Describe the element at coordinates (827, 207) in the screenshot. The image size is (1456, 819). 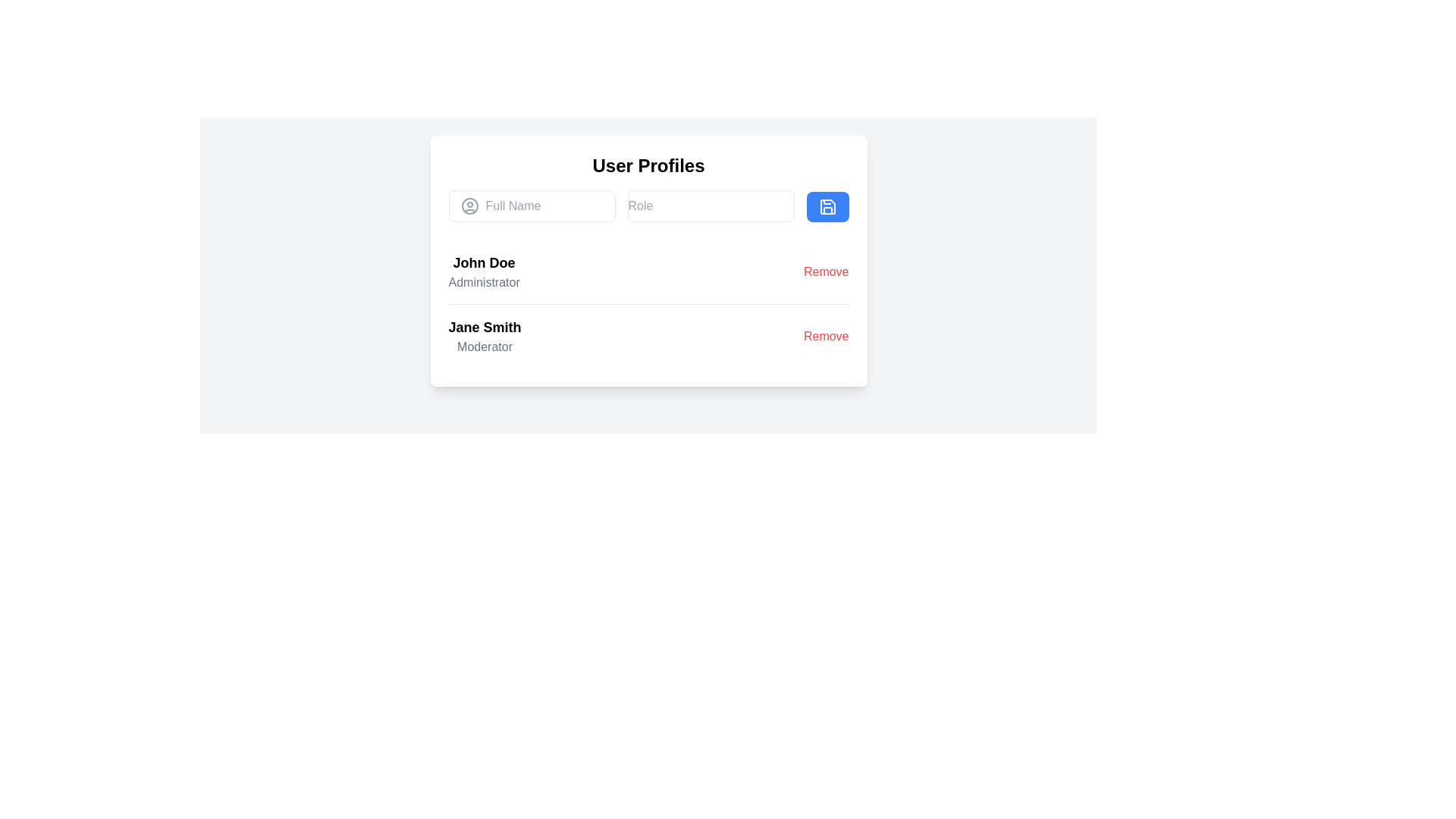
I see `the save icon located at the rightmost end of the button in the user input section` at that location.